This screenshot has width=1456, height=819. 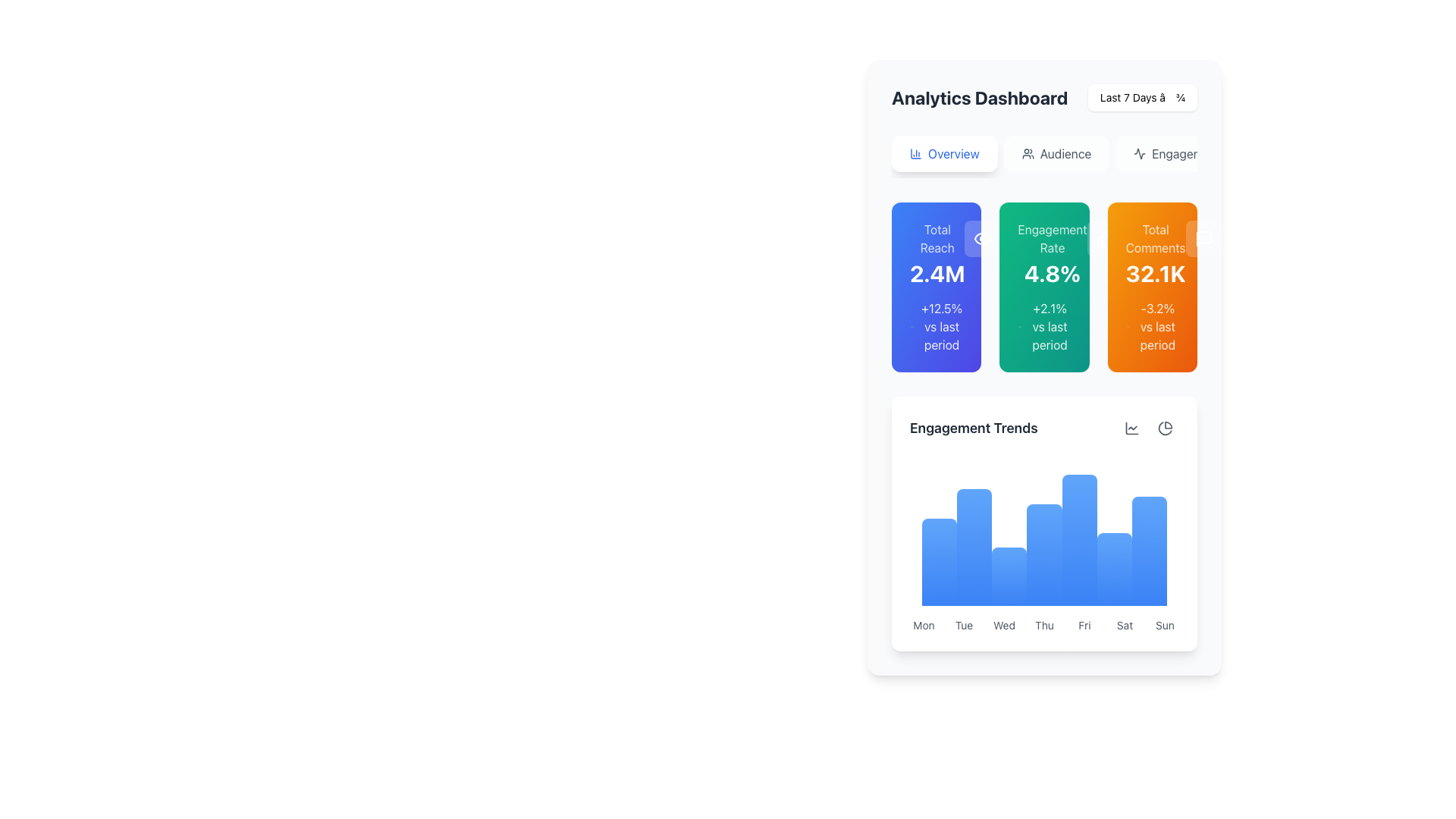 I want to click on the thumbs-up icon button located within the 'Engagement Rate' section, so click(x=1105, y=239).